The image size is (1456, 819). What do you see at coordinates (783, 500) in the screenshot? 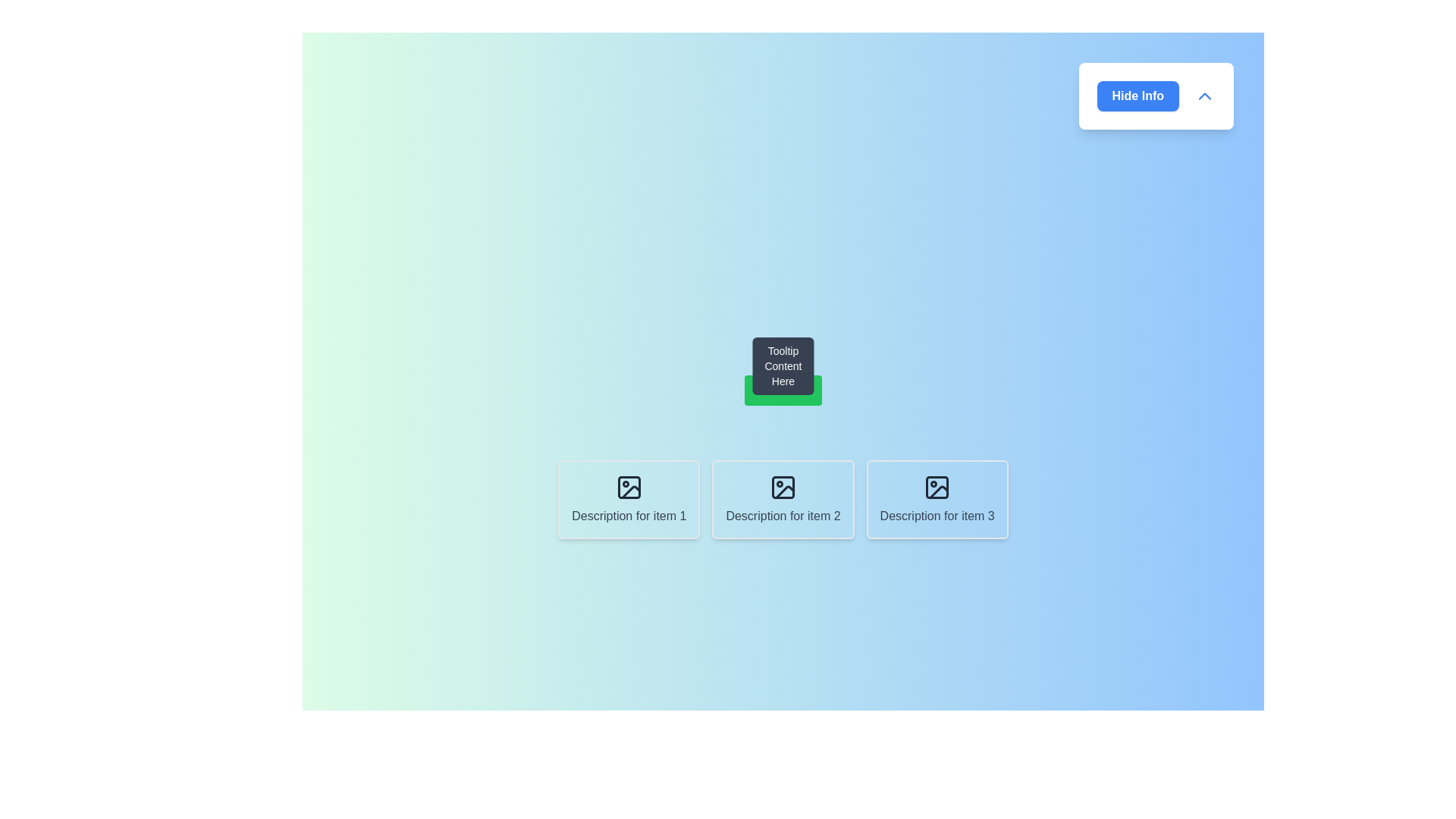
I see `the second card component in the horizontal grid that contains an image icon and the text 'Description for item 2'` at bounding box center [783, 500].